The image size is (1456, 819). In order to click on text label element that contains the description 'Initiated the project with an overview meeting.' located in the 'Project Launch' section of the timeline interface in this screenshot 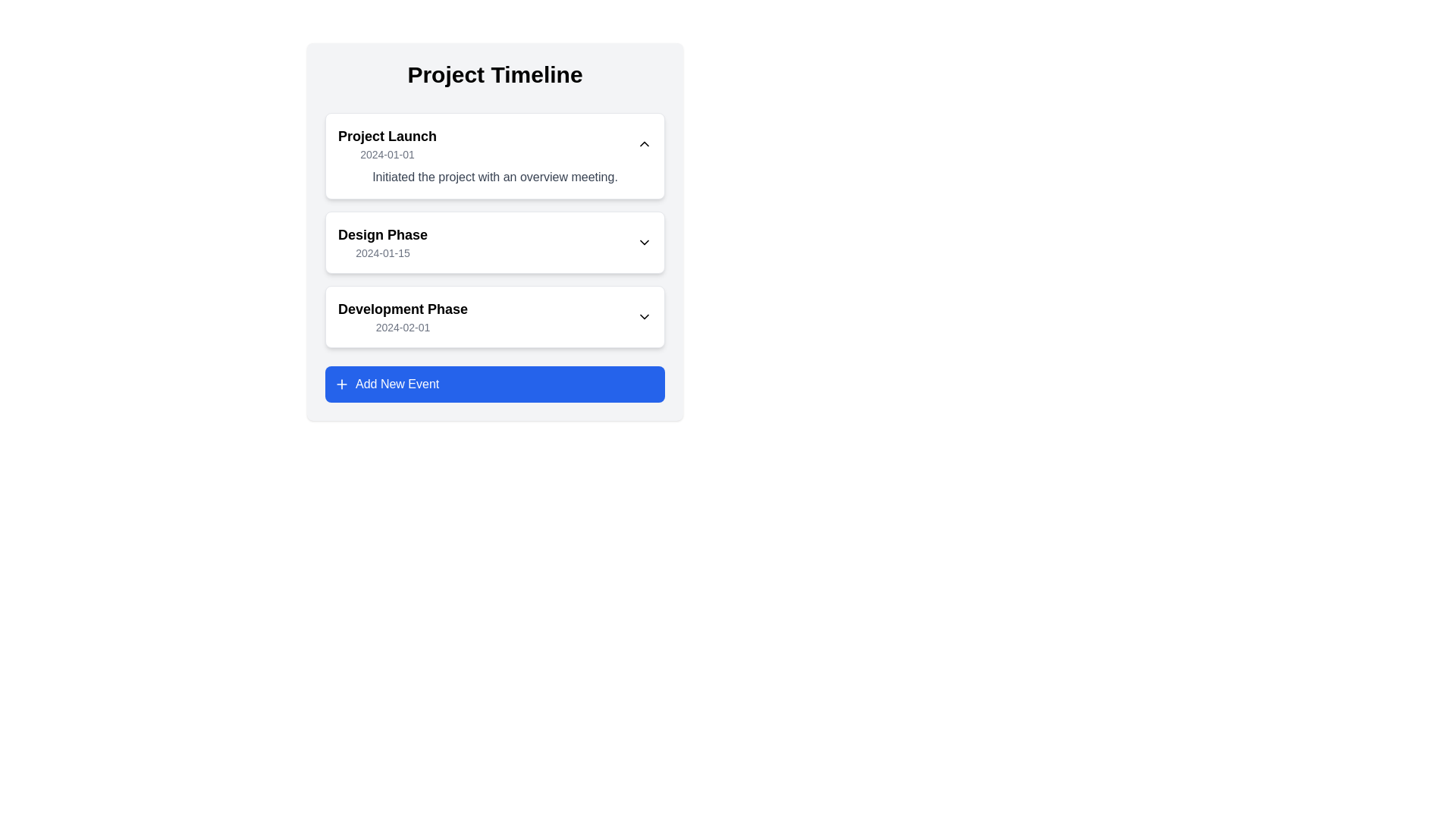, I will do `click(494, 177)`.